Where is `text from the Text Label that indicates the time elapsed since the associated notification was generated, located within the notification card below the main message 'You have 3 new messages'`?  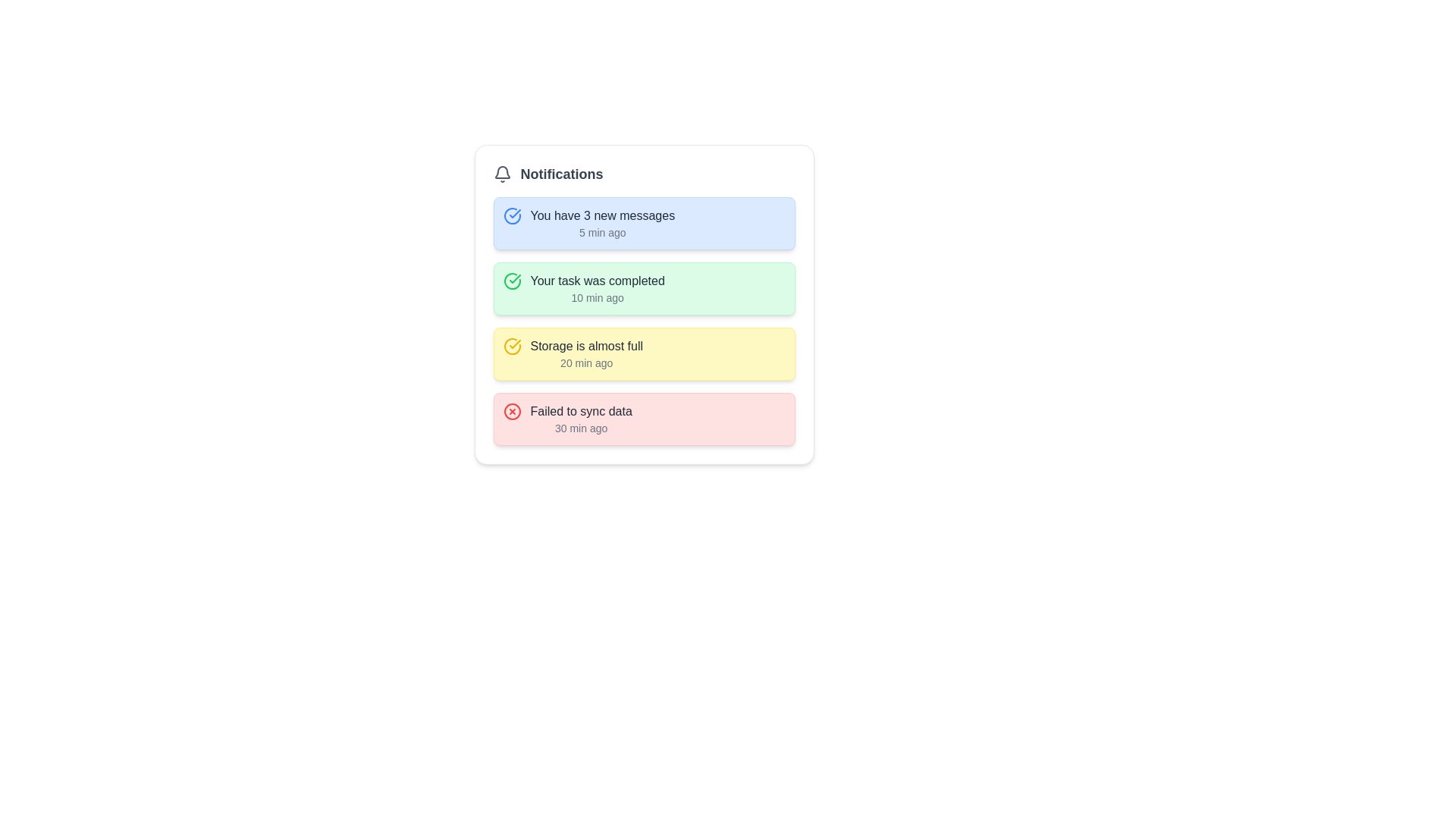 text from the Text Label that indicates the time elapsed since the associated notification was generated, located within the notification card below the main message 'You have 3 new messages' is located at coordinates (601, 233).